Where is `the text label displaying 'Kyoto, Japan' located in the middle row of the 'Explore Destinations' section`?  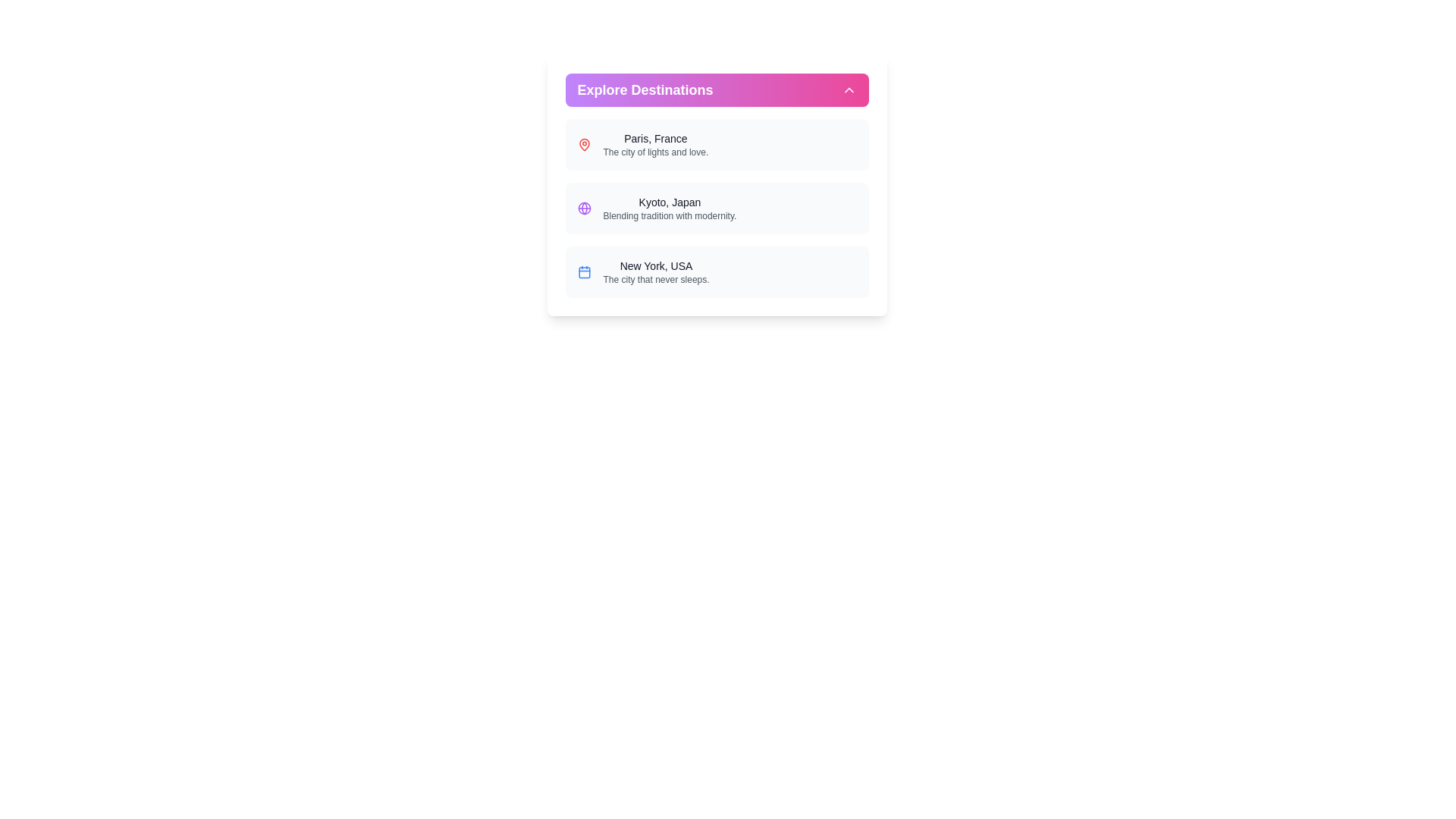 the text label displaying 'Kyoto, Japan' located in the middle row of the 'Explore Destinations' section is located at coordinates (669, 201).